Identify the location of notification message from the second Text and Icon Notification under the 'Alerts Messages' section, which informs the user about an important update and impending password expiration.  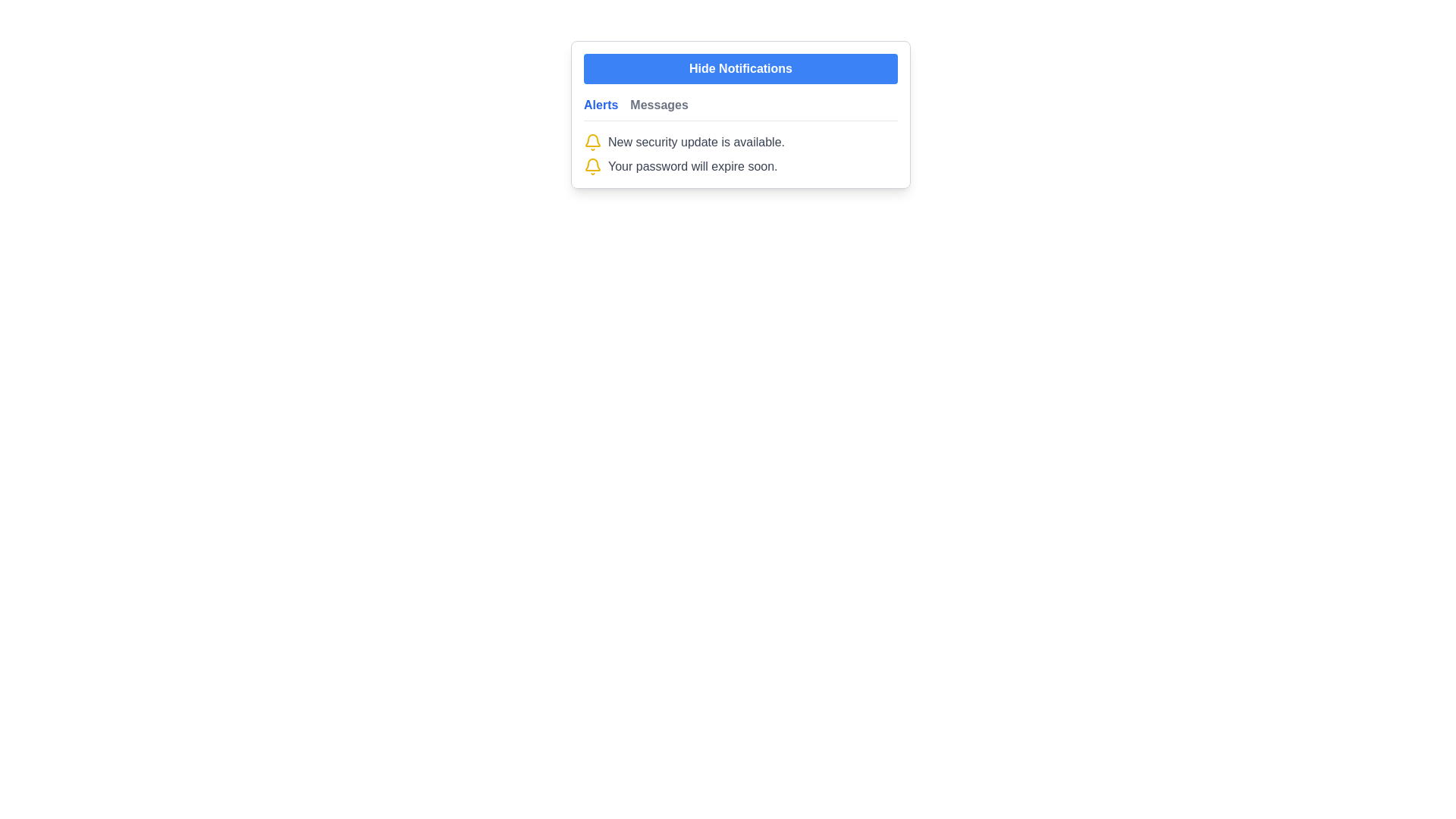
(741, 155).